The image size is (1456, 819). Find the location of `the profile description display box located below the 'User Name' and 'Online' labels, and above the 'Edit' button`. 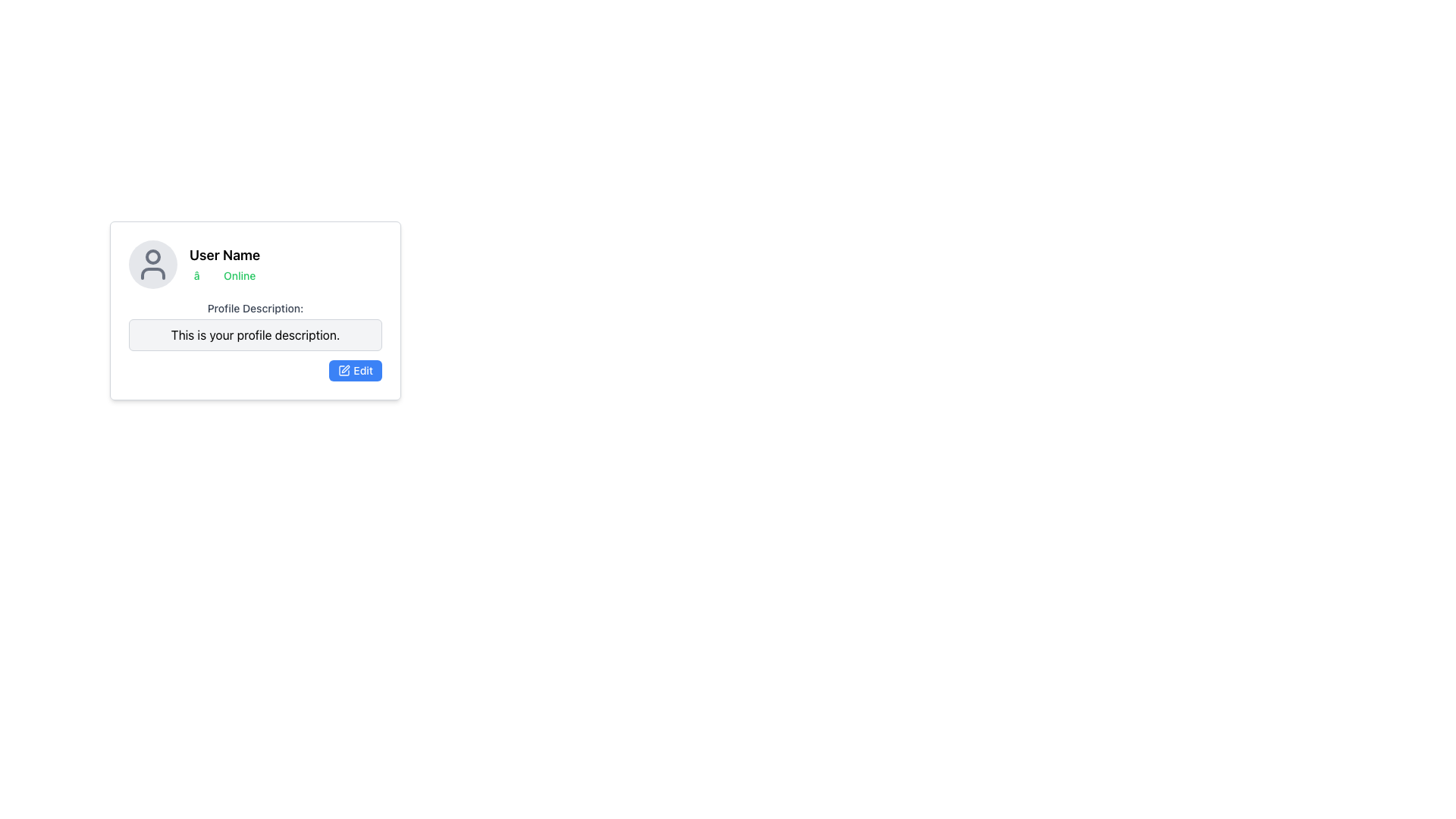

the profile description display box located below the 'User Name' and 'Online' labels, and above the 'Edit' button is located at coordinates (255, 325).